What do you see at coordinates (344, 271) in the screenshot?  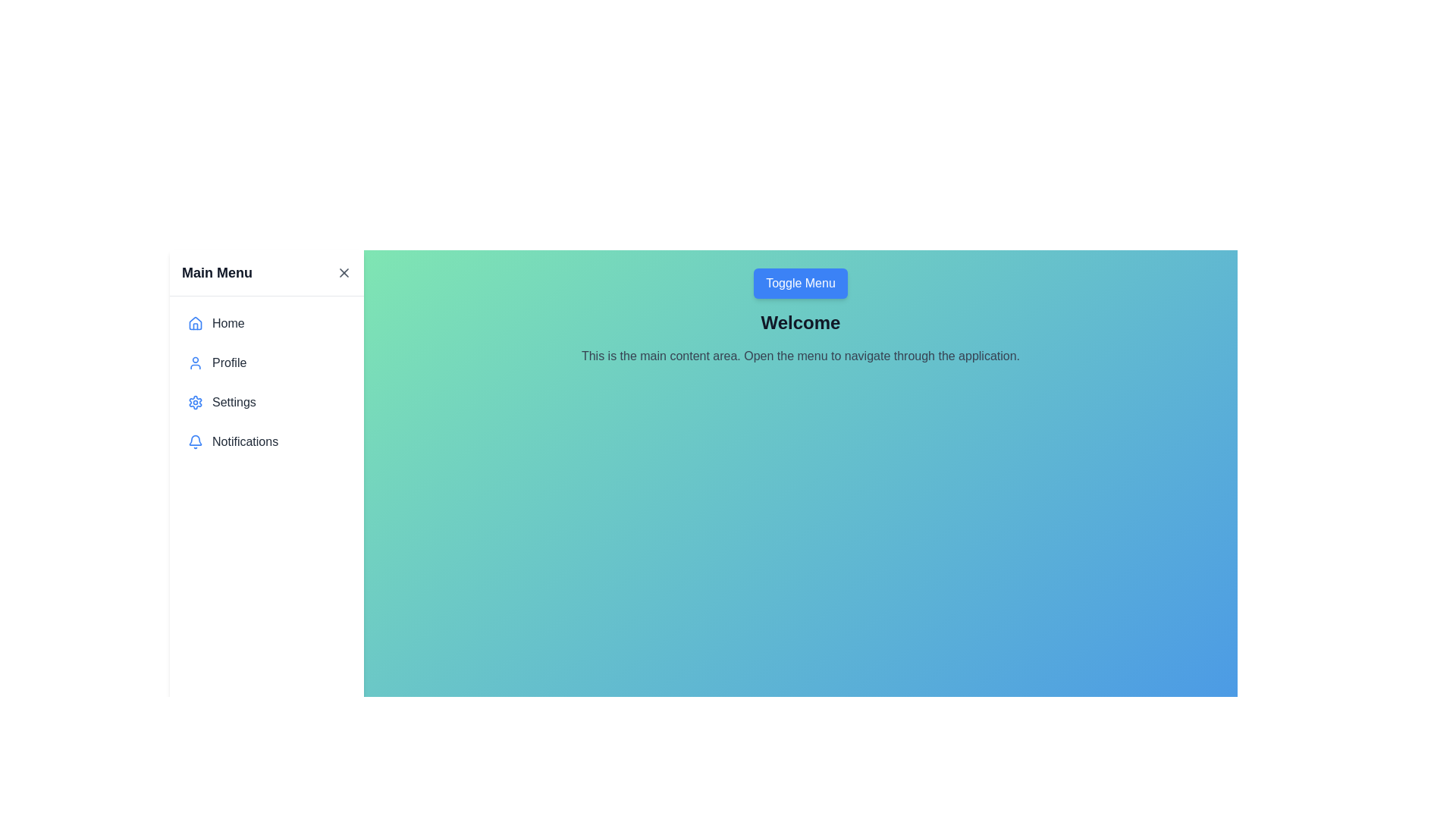 I see `the small gray cross icon located to the right side of the 'Main Menu' header` at bounding box center [344, 271].